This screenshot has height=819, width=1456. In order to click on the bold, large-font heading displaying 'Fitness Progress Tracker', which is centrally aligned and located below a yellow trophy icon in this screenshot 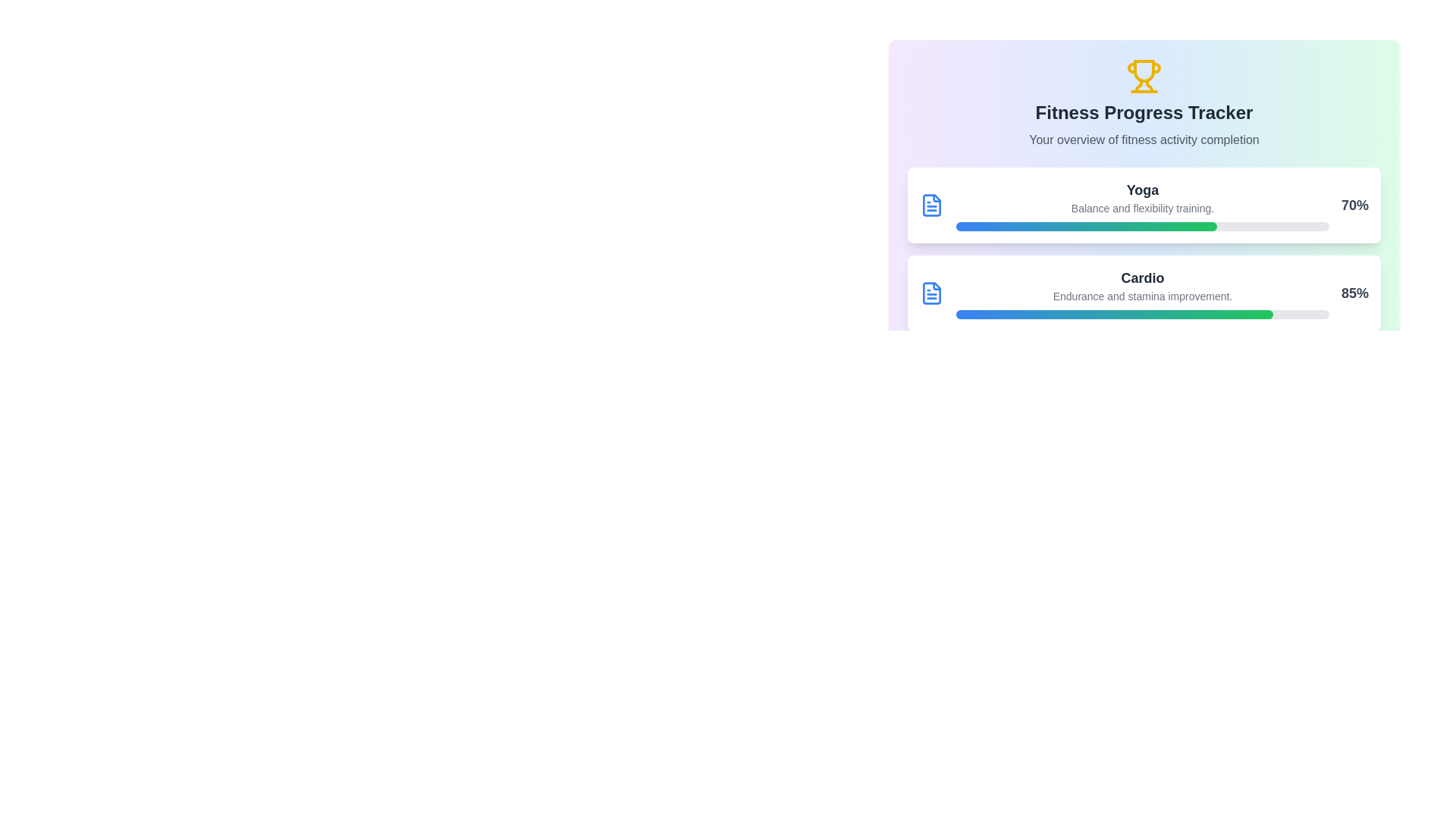, I will do `click(1144, 112)`.